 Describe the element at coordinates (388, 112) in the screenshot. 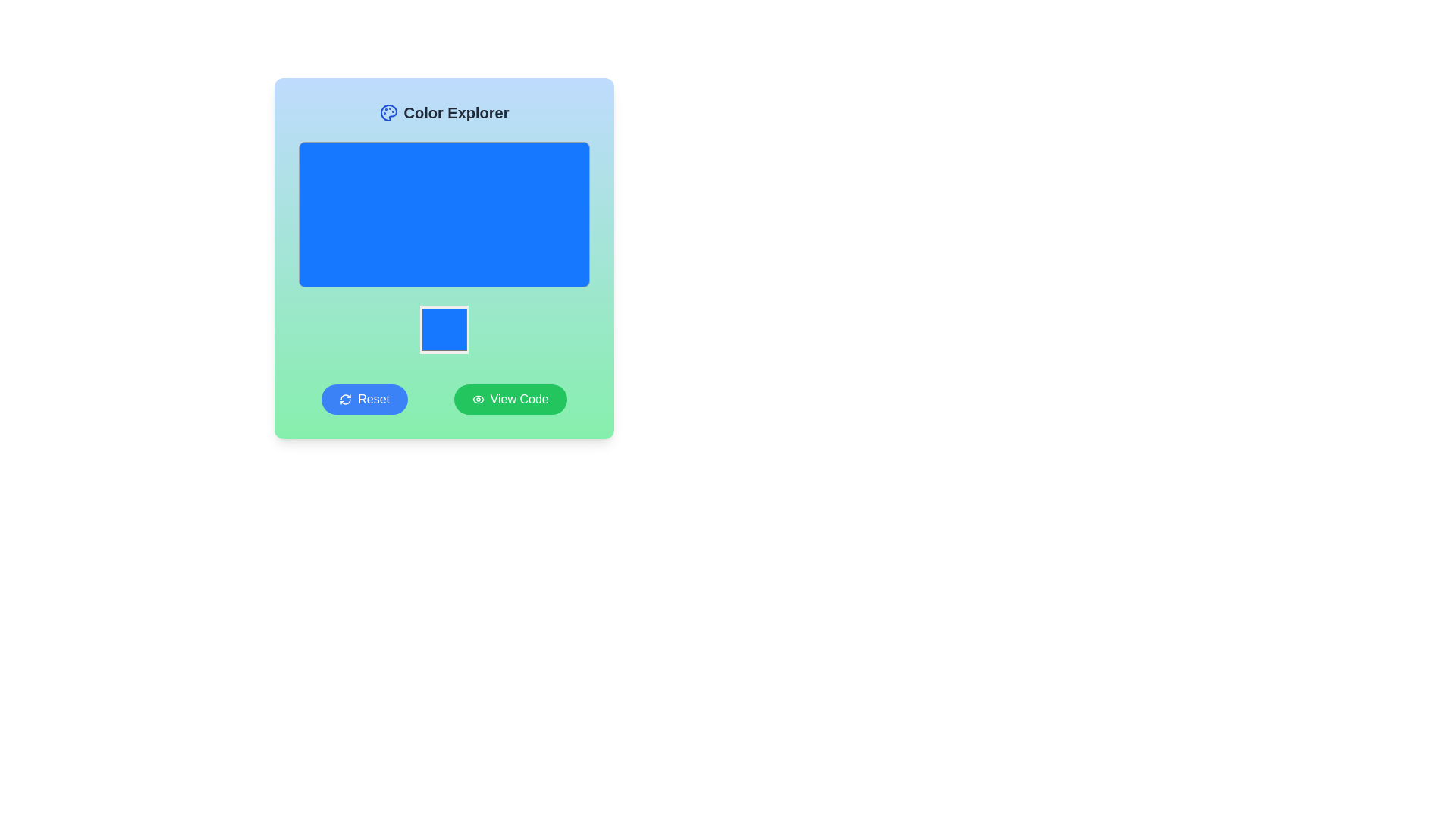

I see `the 'Color Explorer' icon located to the immediate left of the 'Color Explorer' text label, enhancing user interaction with the feature` at that location.